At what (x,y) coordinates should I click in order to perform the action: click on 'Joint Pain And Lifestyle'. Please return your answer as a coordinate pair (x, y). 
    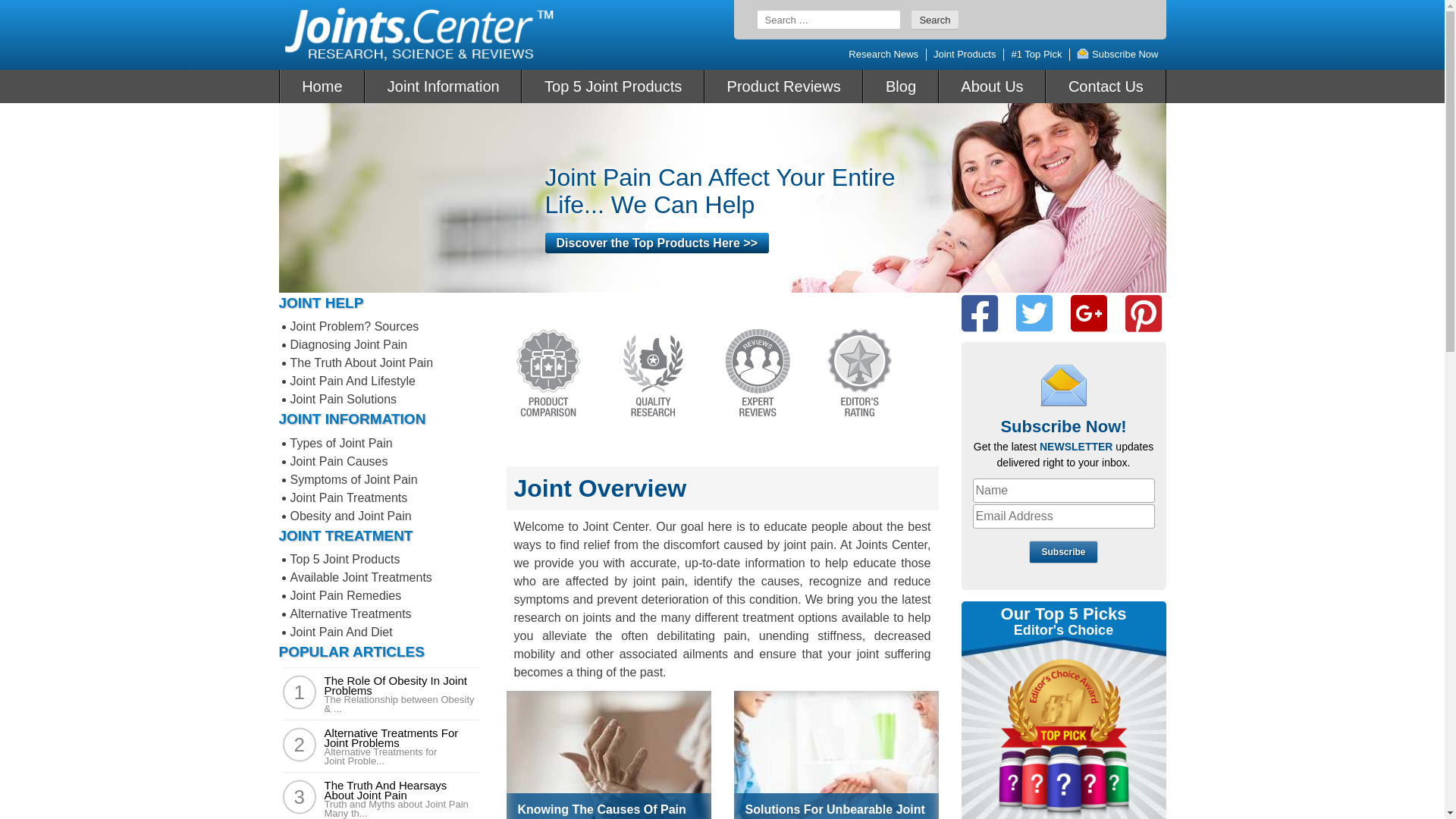
    Looking at the image, I should click on (351, 380).